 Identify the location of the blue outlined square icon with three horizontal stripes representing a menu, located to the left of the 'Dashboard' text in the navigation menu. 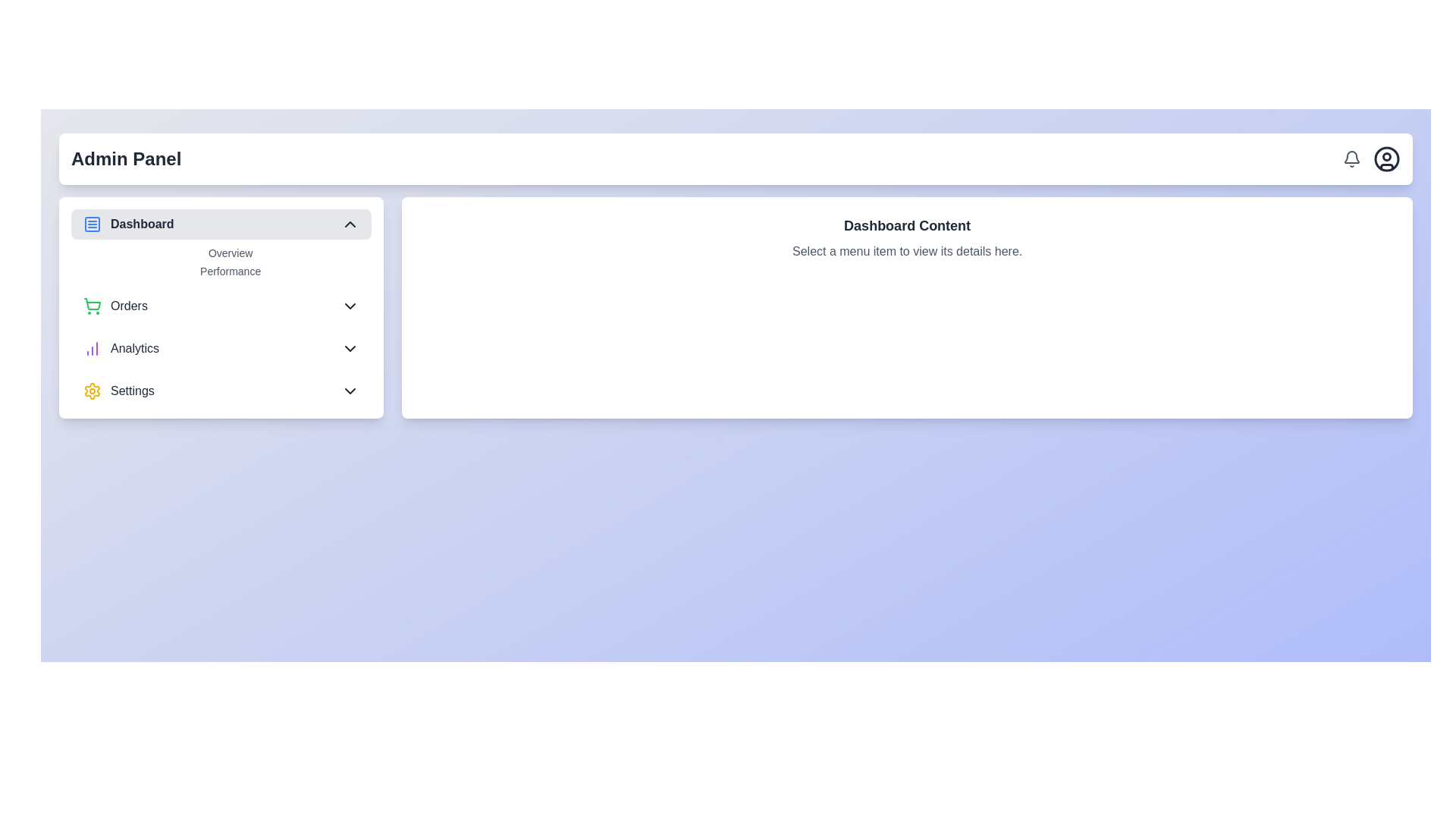
(91, 224).